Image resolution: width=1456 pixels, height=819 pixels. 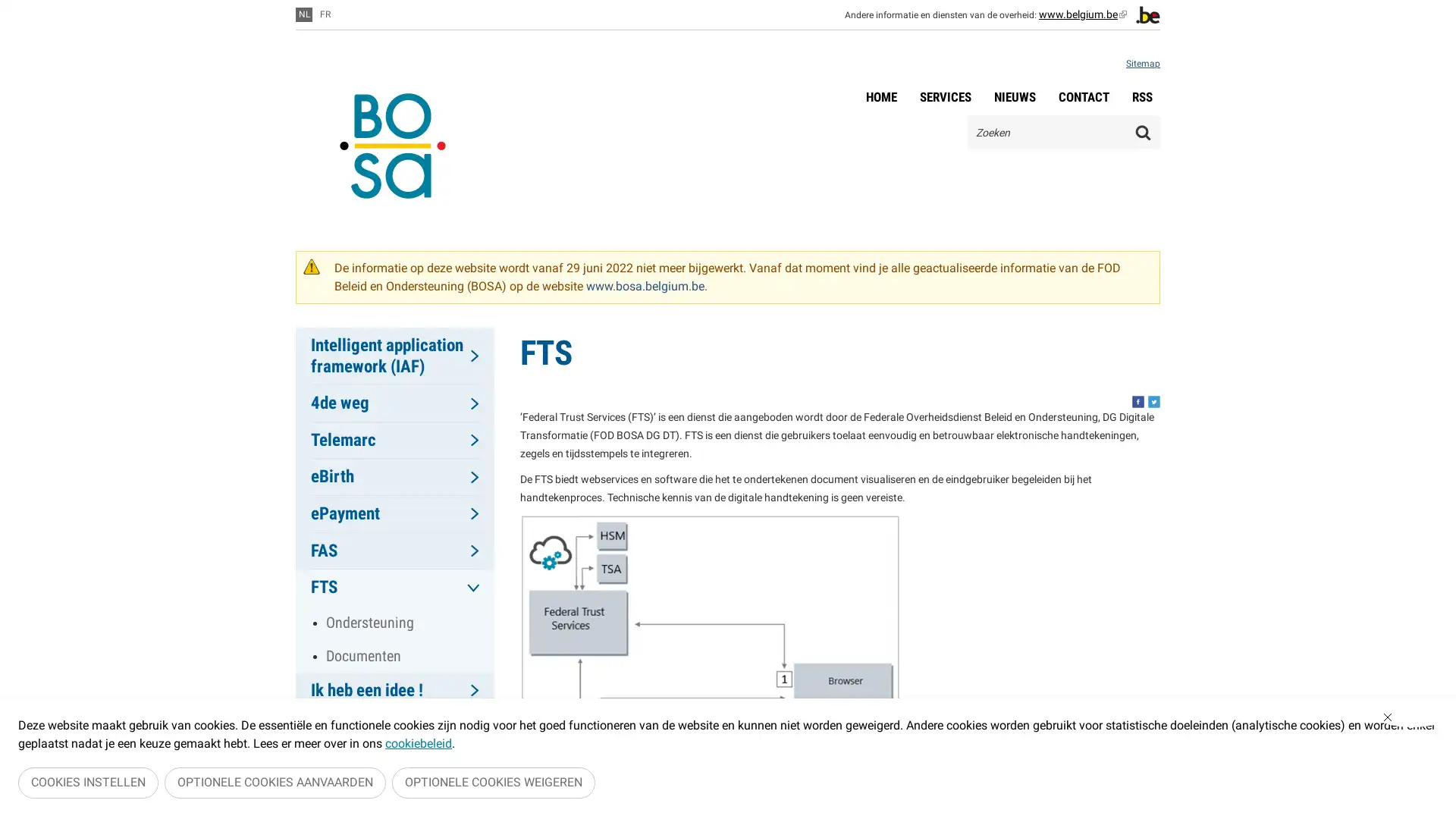 What do you see at coordinates (494, 784) in the screenshot?
I see `OPTIONELE COOKIES WEIGEREN` at bounding box center [494, 784].